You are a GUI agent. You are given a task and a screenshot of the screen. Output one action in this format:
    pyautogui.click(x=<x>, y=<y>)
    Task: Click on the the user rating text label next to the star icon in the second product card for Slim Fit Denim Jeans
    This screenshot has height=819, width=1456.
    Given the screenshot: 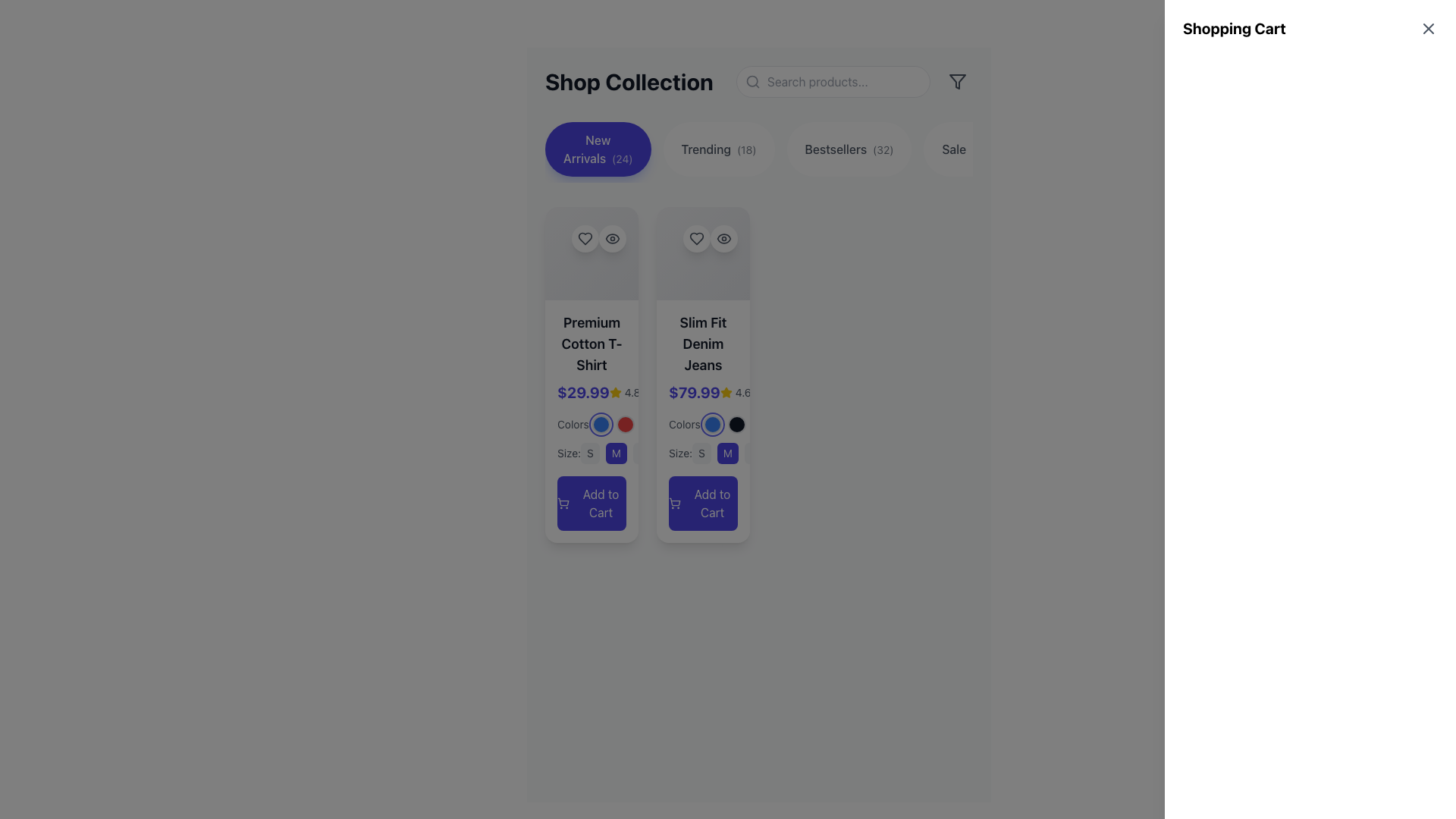 What is the action you would take?
    pyautogui.click(x=743, y=391)
    